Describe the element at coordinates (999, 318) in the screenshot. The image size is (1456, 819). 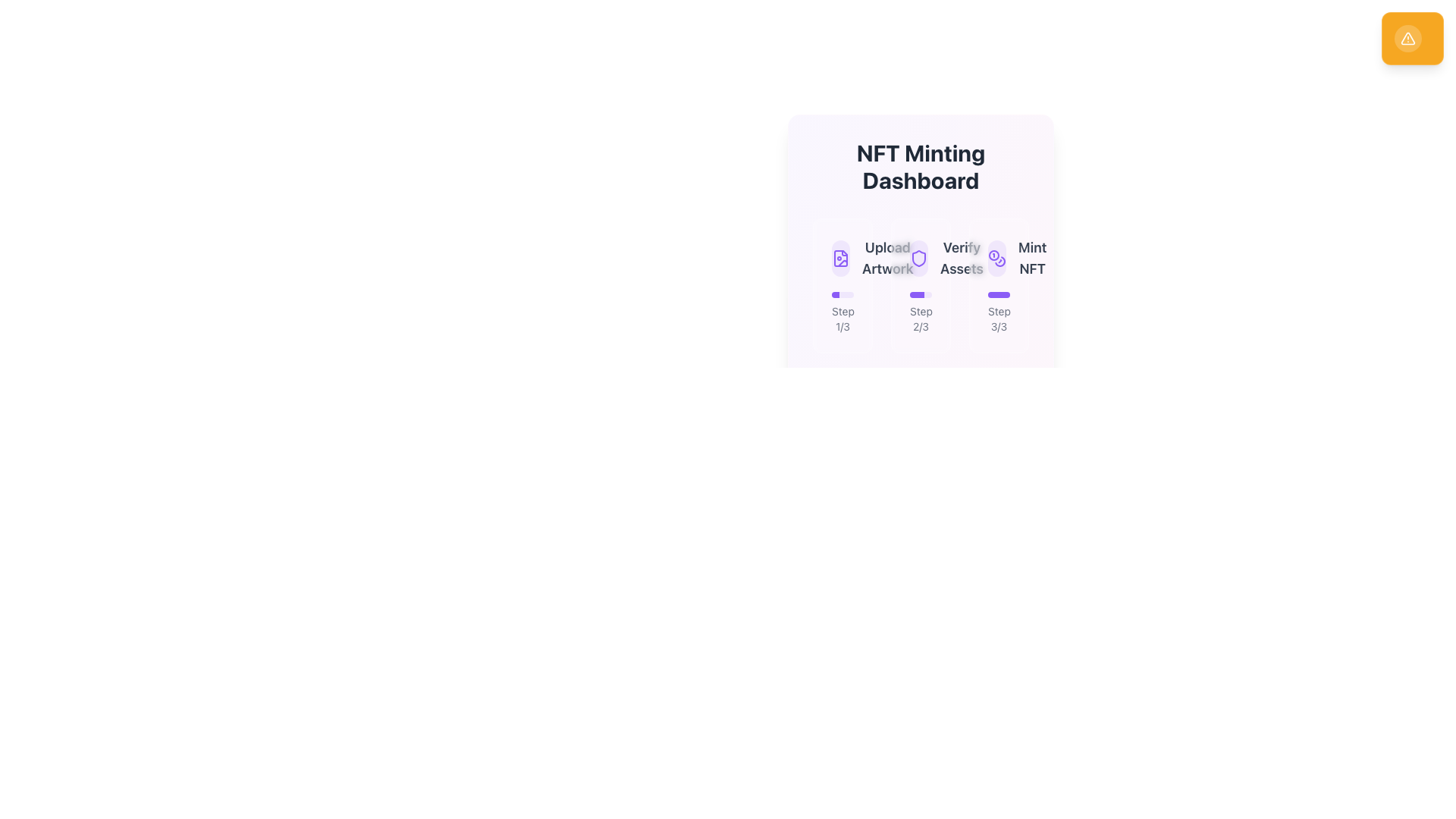
I see `text displayed in the static text label showing the current step number and total steps in the progress workflow, located beneath the progress bar in the 'Mint NFT' section` at that location.